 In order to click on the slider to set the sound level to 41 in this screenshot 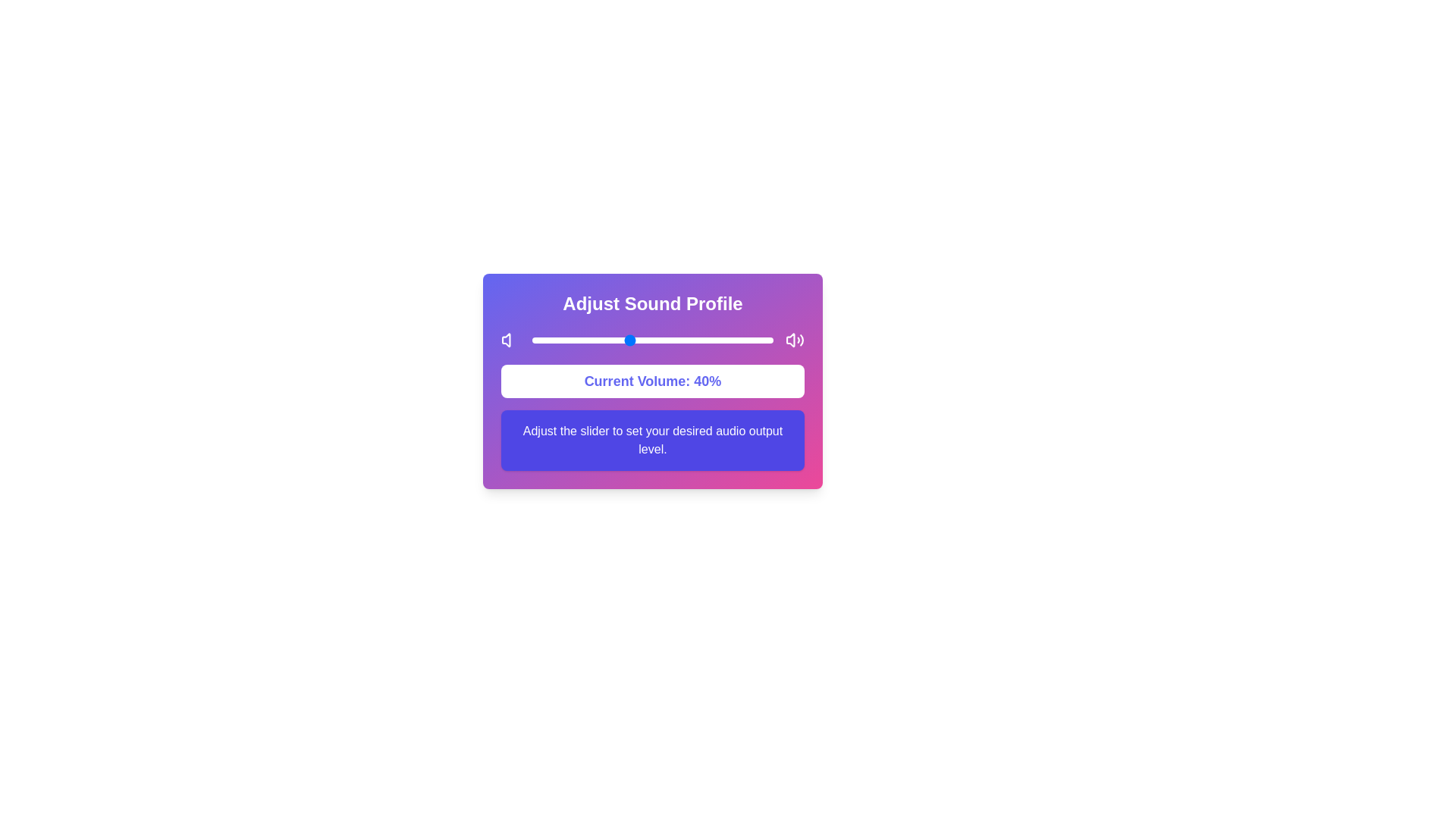, I will do `click(631, 339)`.